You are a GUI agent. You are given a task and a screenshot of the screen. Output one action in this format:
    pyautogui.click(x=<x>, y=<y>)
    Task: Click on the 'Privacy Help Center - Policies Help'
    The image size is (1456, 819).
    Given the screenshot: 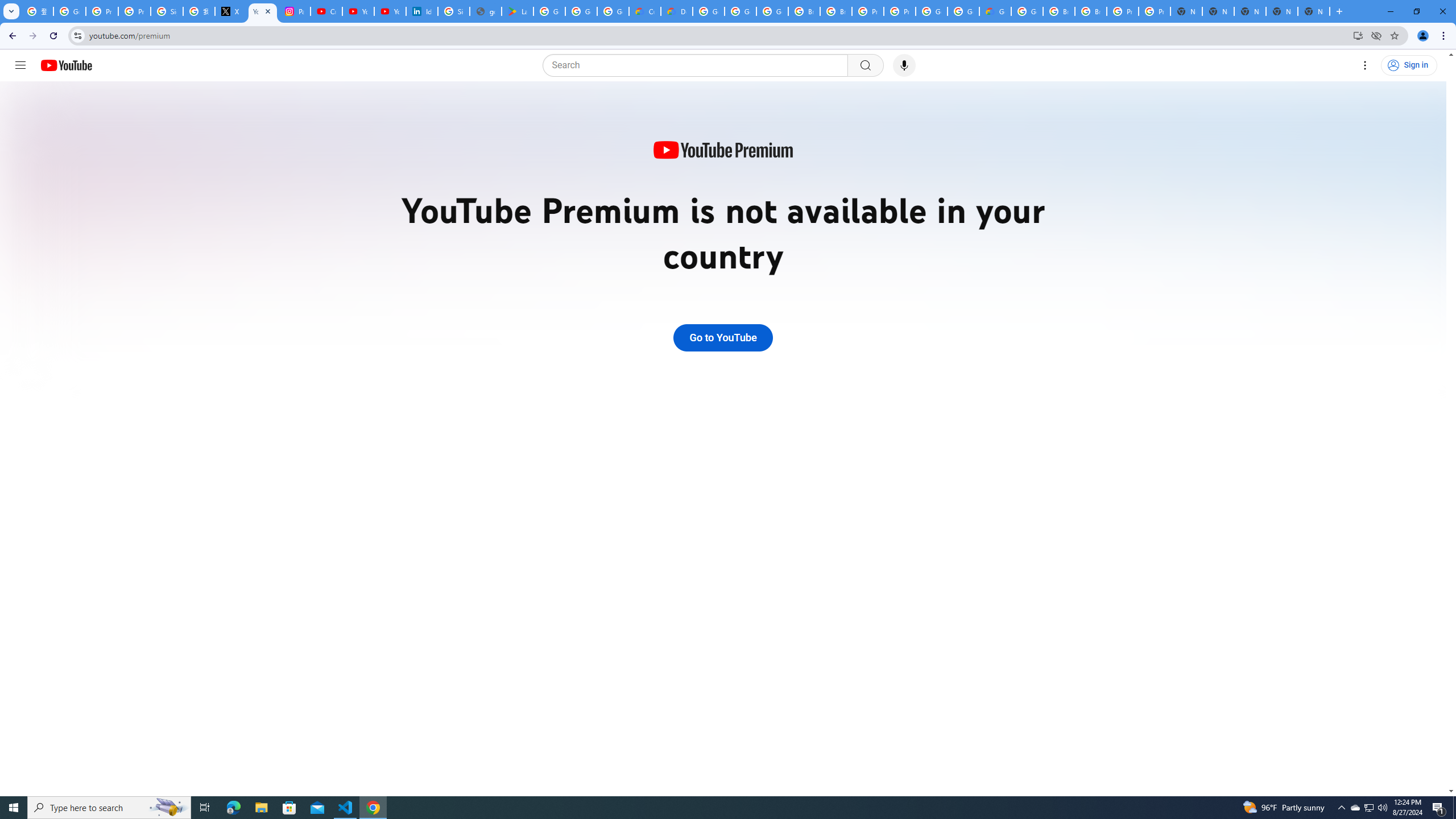 What is the action you would take?
    pyautogui.click(x=134, y=11)
    